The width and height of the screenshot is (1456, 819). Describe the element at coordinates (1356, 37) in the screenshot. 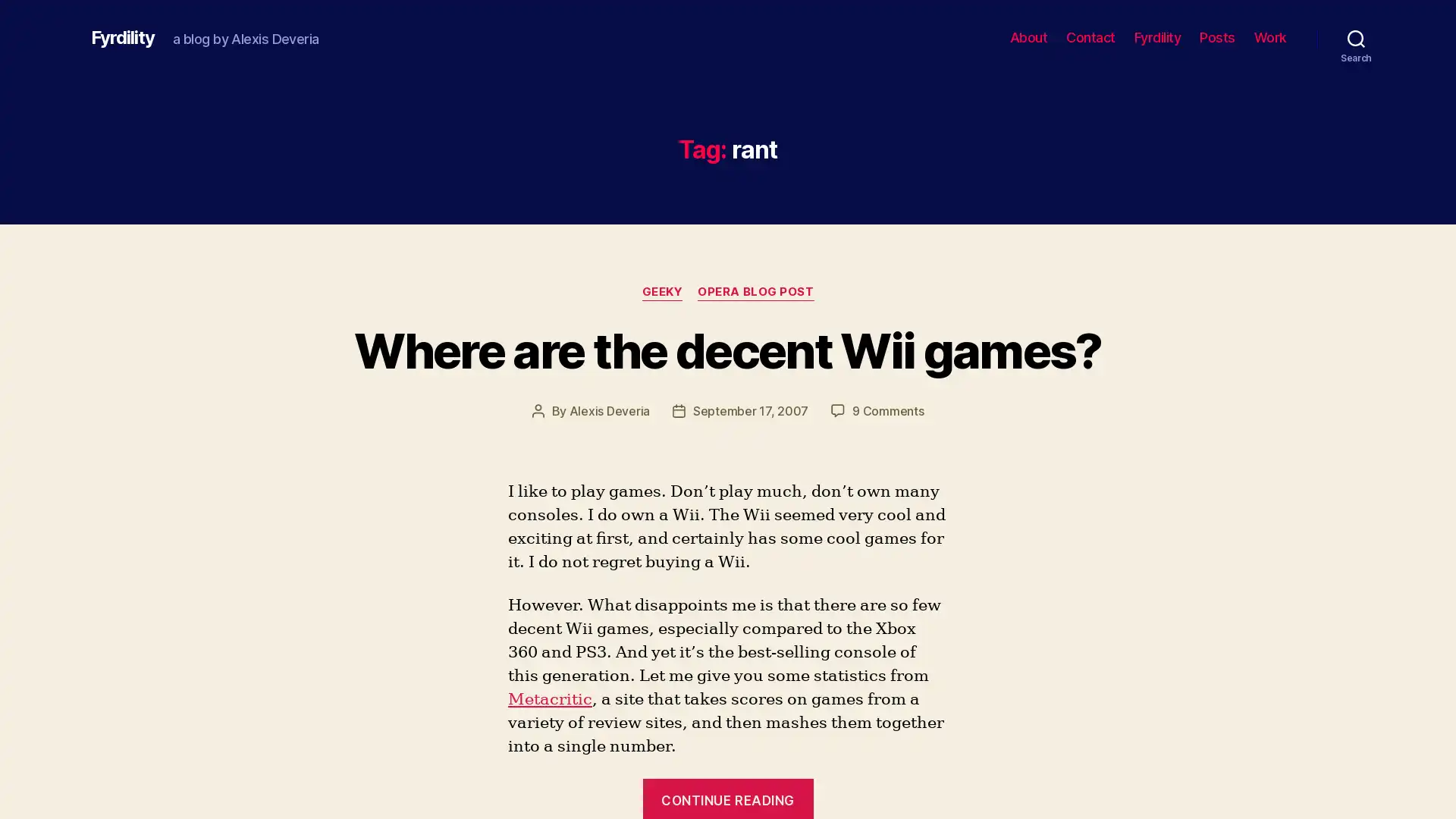

I see `Search` at that location.